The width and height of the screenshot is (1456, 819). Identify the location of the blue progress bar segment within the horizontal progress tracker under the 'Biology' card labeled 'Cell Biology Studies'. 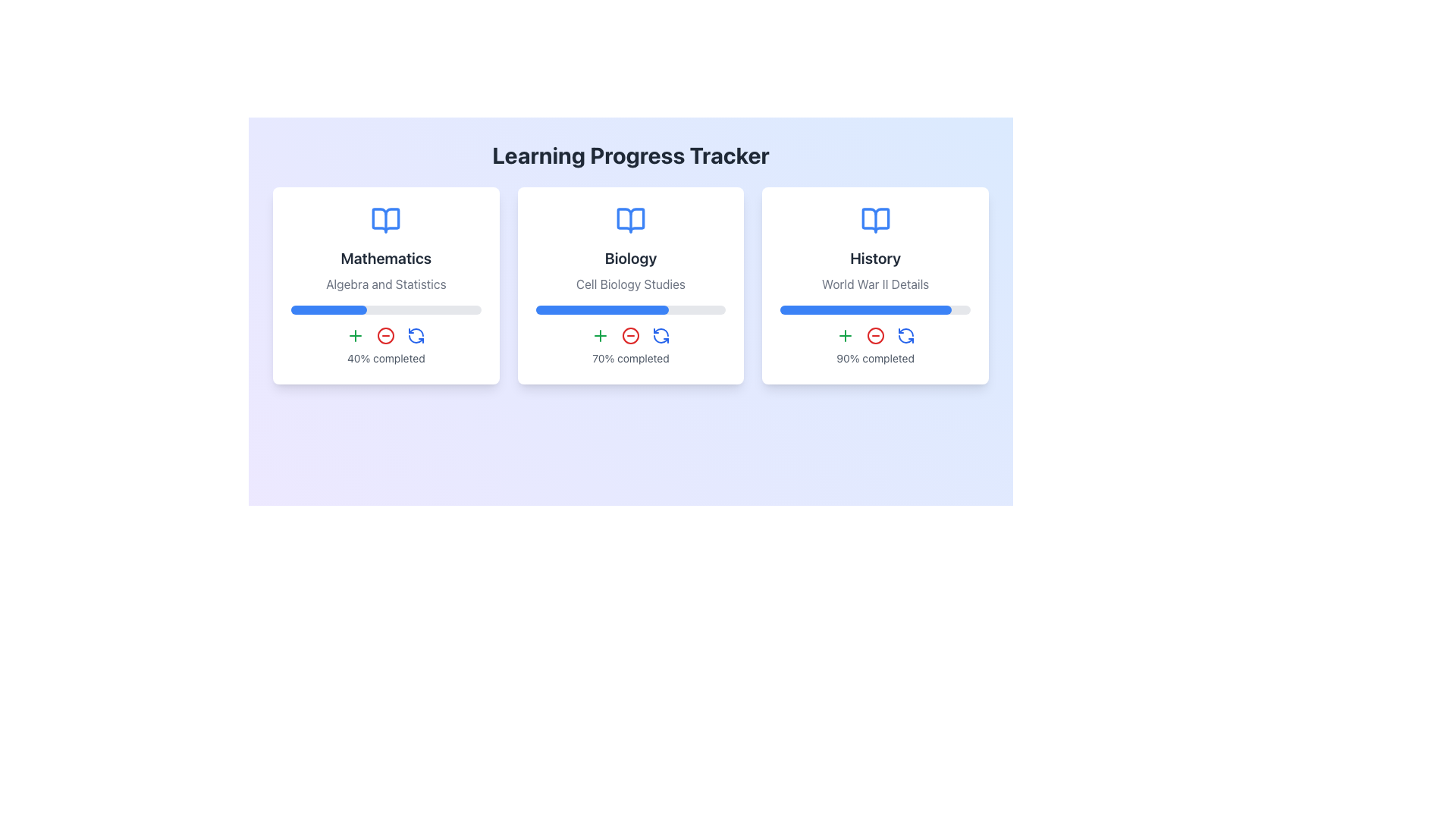
(601, 309).